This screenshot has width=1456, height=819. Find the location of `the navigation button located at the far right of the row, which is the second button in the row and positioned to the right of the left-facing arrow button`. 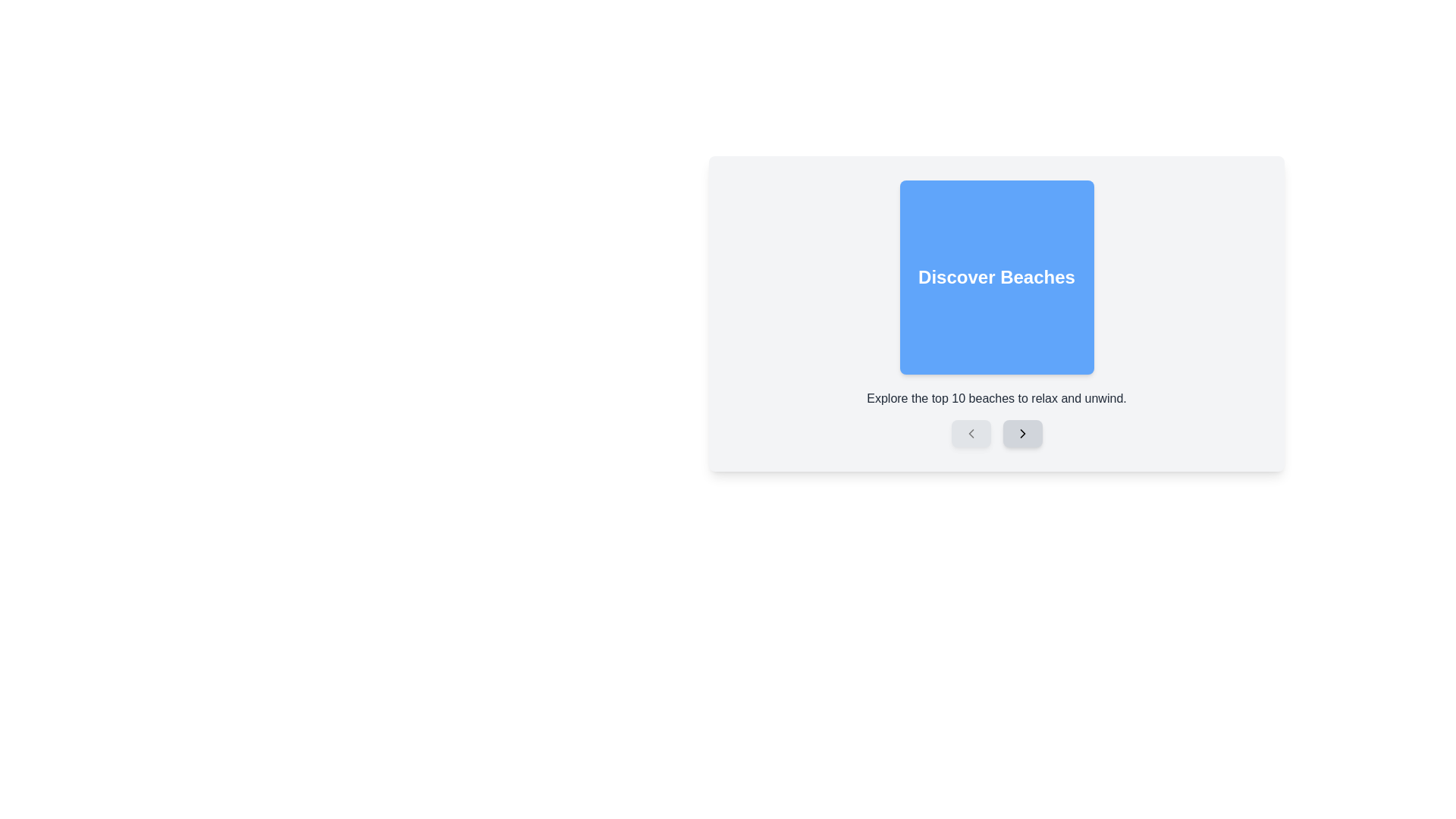

the navigation button located at the far right of the row, which is the second button in the row and positioned to the right of the left-facing arrow button is located at coordinates (1022, 433).